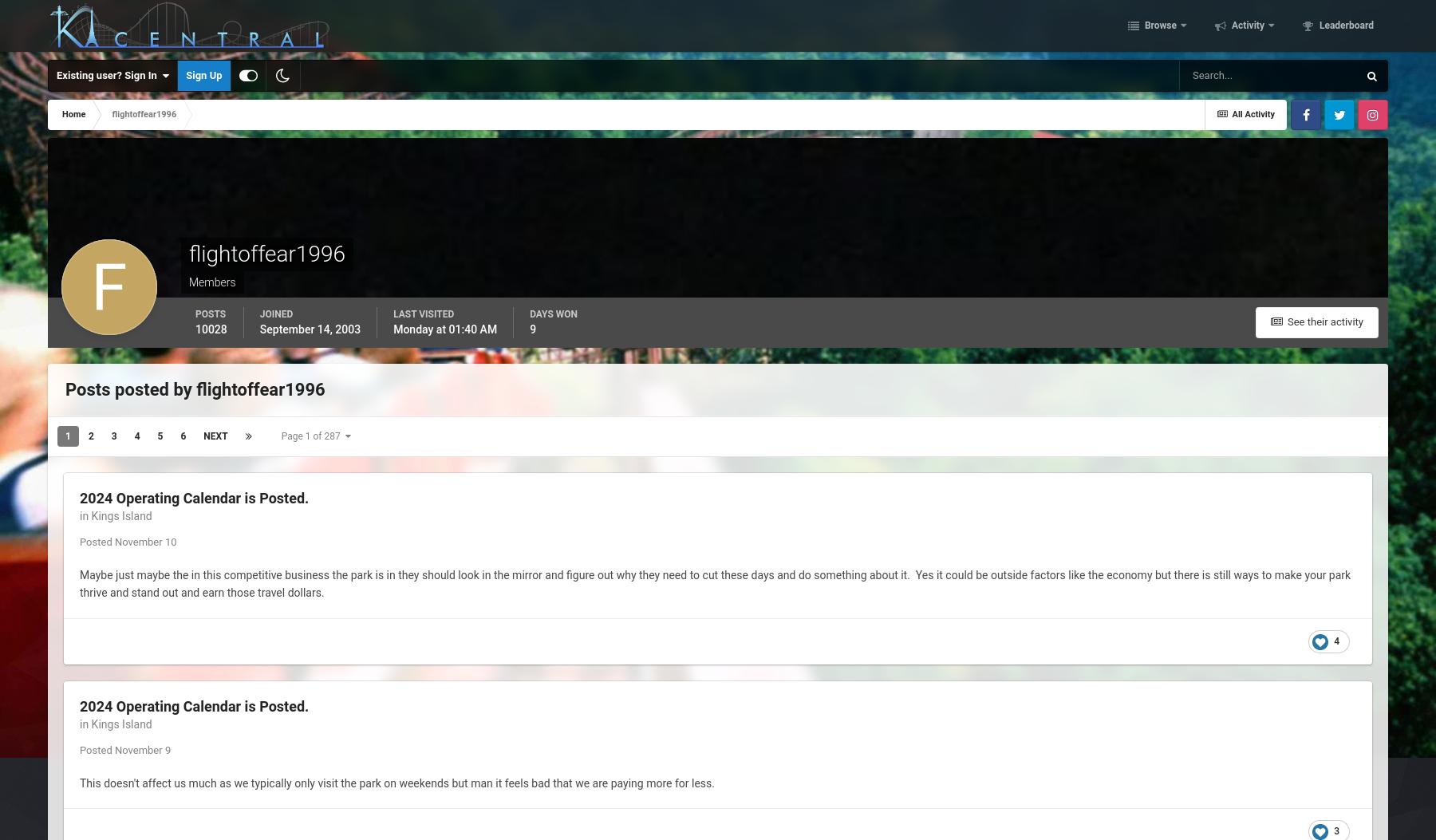  What do you see at coordinates (281, 436) in the screenshot?
I see `'Page 1 of 287'` at bounding box center [281, 436].